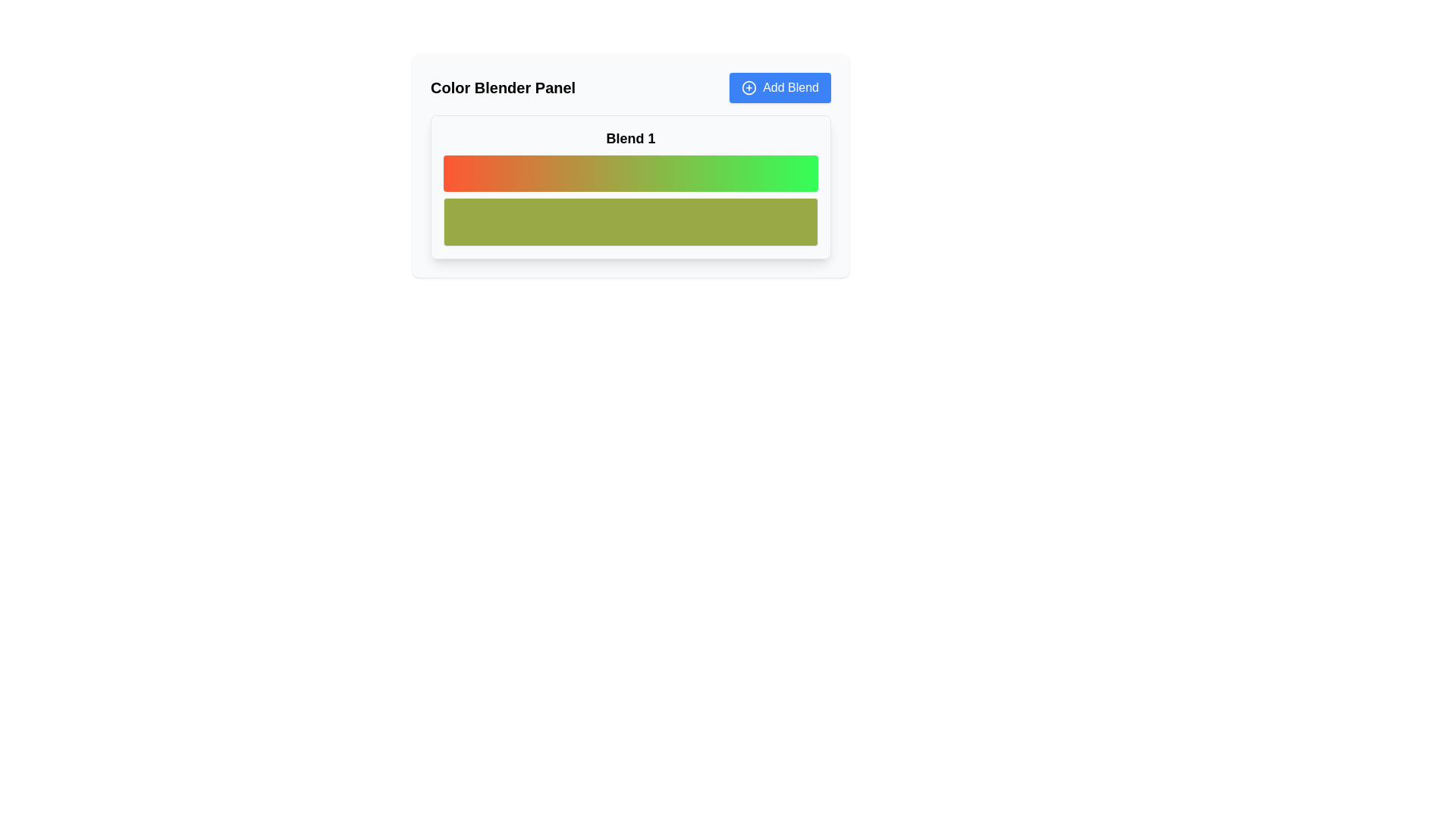 This screenshot has height=819, width=1456. I want to click on the SVG Circle component that is part of the icon representing the action, so click(749, 87).